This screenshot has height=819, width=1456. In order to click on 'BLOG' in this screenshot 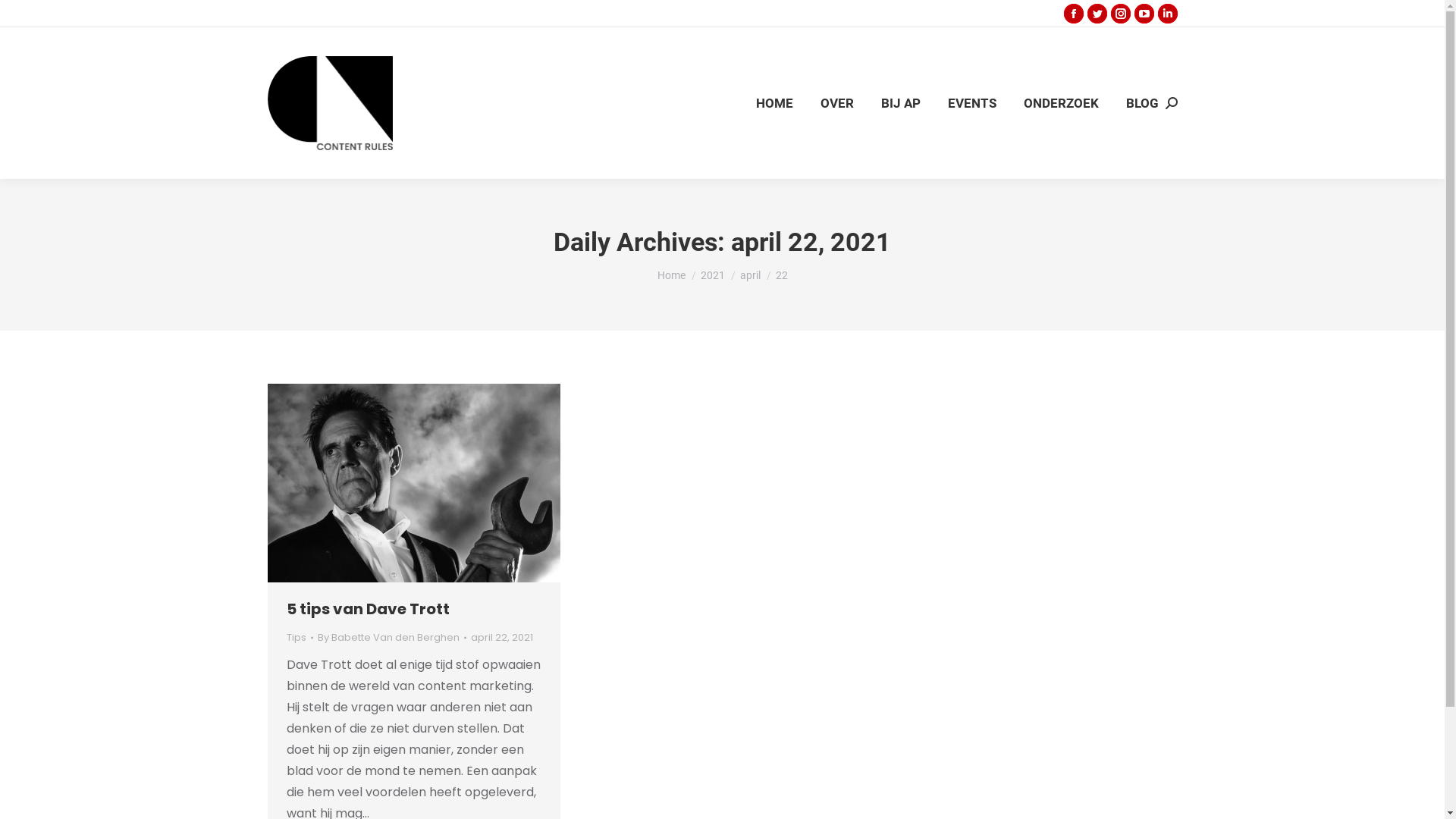, I will do `click(1141, 102)`.